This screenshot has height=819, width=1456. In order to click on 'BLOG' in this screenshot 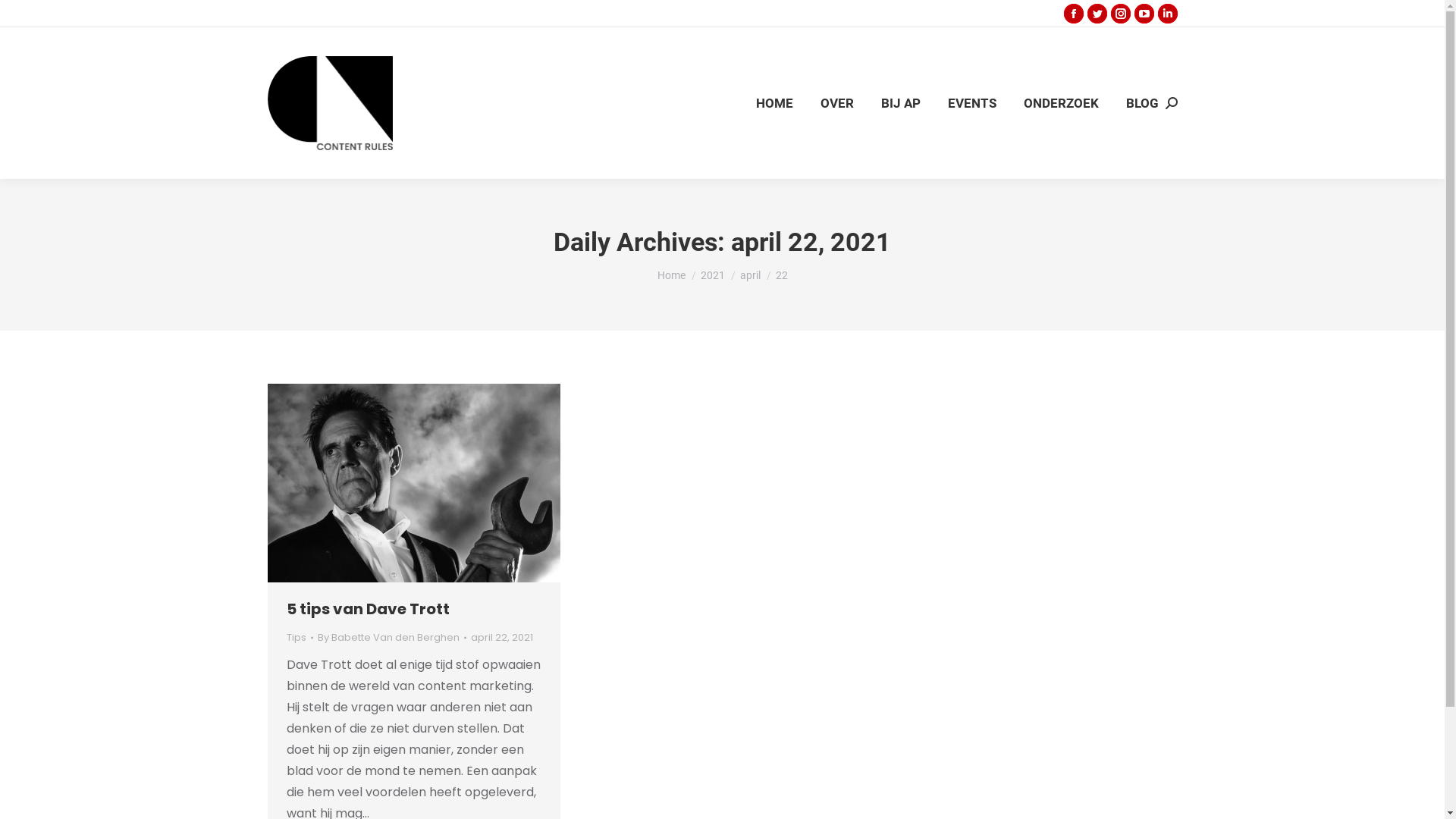, I will do `click(1141, 102)`.